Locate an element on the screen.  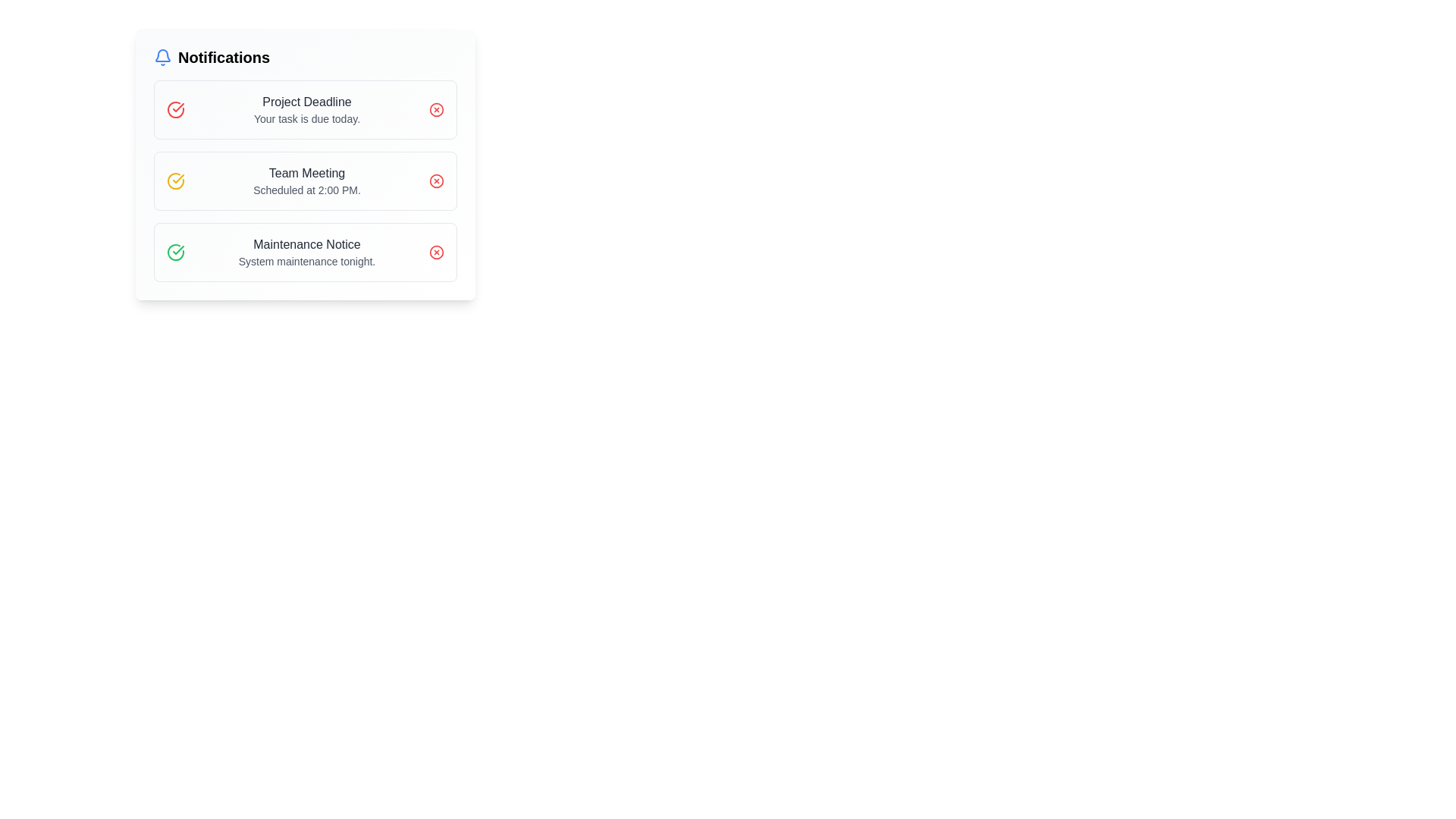
the notification item that provides information about an impending project deadline, located under the 'Notifications' heading and above the 'Team Meeting' item is located at coordinates (306, 109).